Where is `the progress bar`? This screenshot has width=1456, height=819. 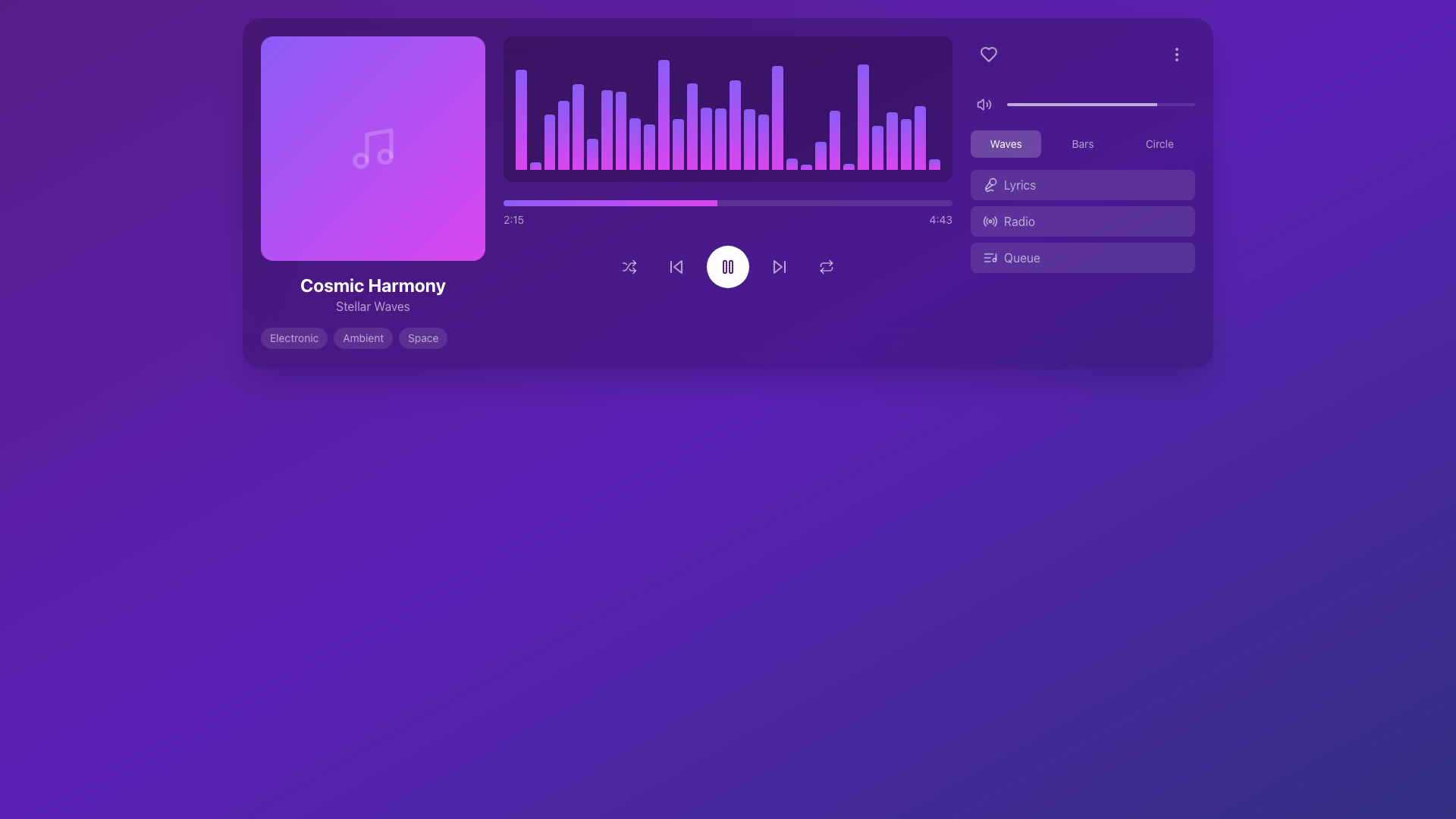
the progress bar is located at coordinates (894, 202).